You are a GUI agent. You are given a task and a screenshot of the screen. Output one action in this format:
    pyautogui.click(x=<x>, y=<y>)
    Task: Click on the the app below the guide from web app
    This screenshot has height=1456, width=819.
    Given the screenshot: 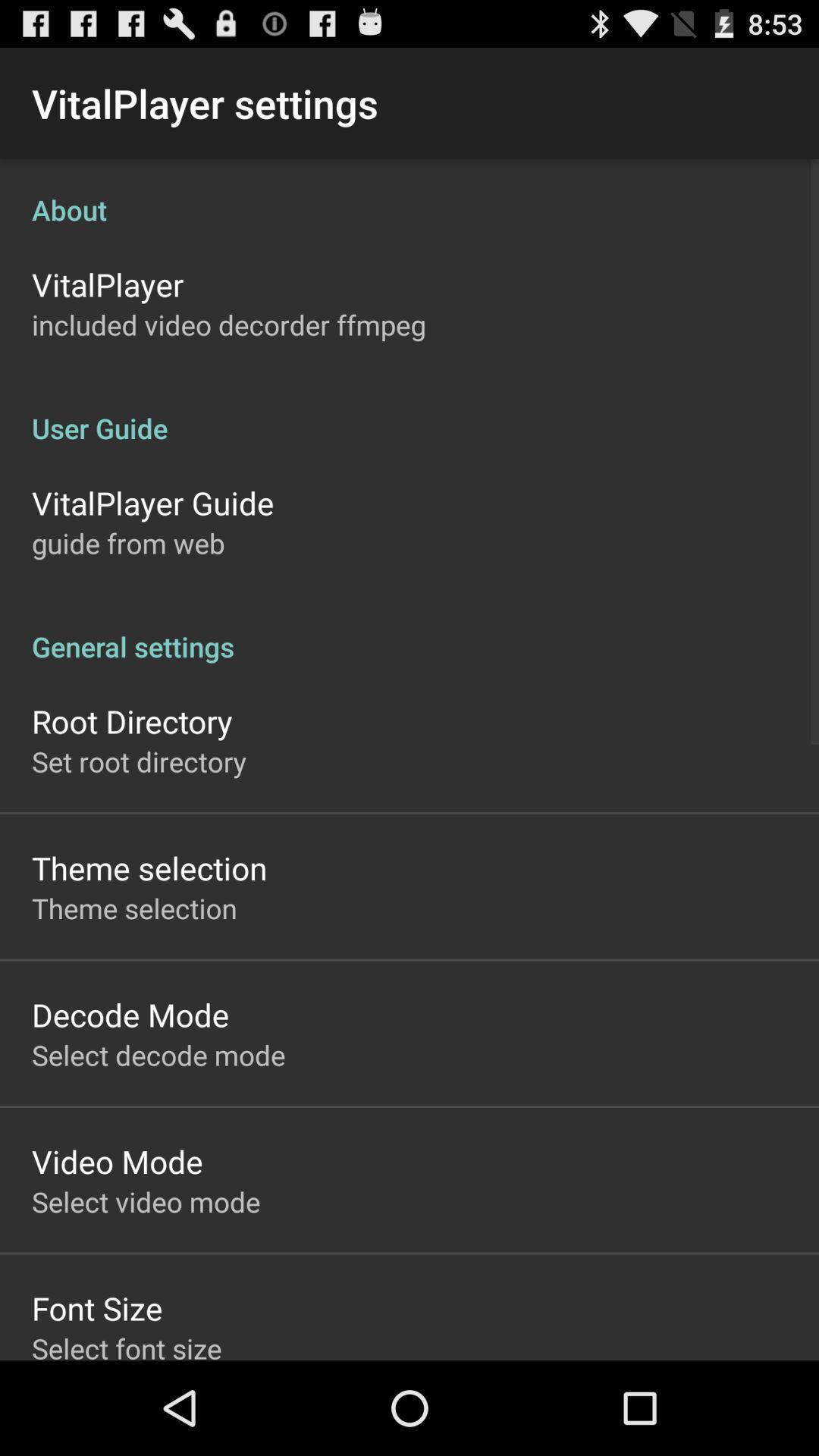 What is the action you would take?
    pyautogui.click(x=409, y=630)
    